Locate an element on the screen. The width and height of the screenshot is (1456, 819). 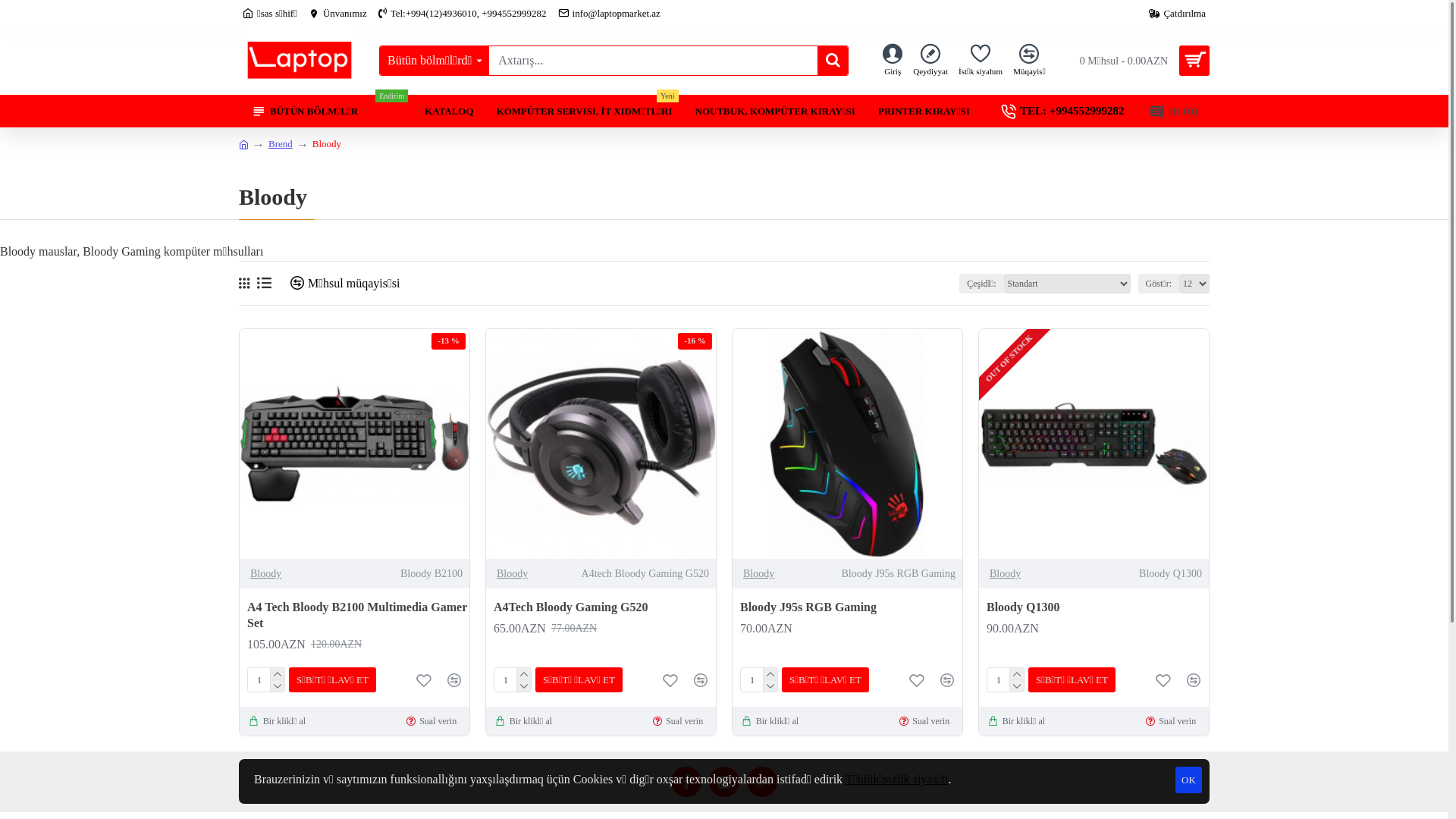
'BLOQ' is located at coordinates (1173, 110).